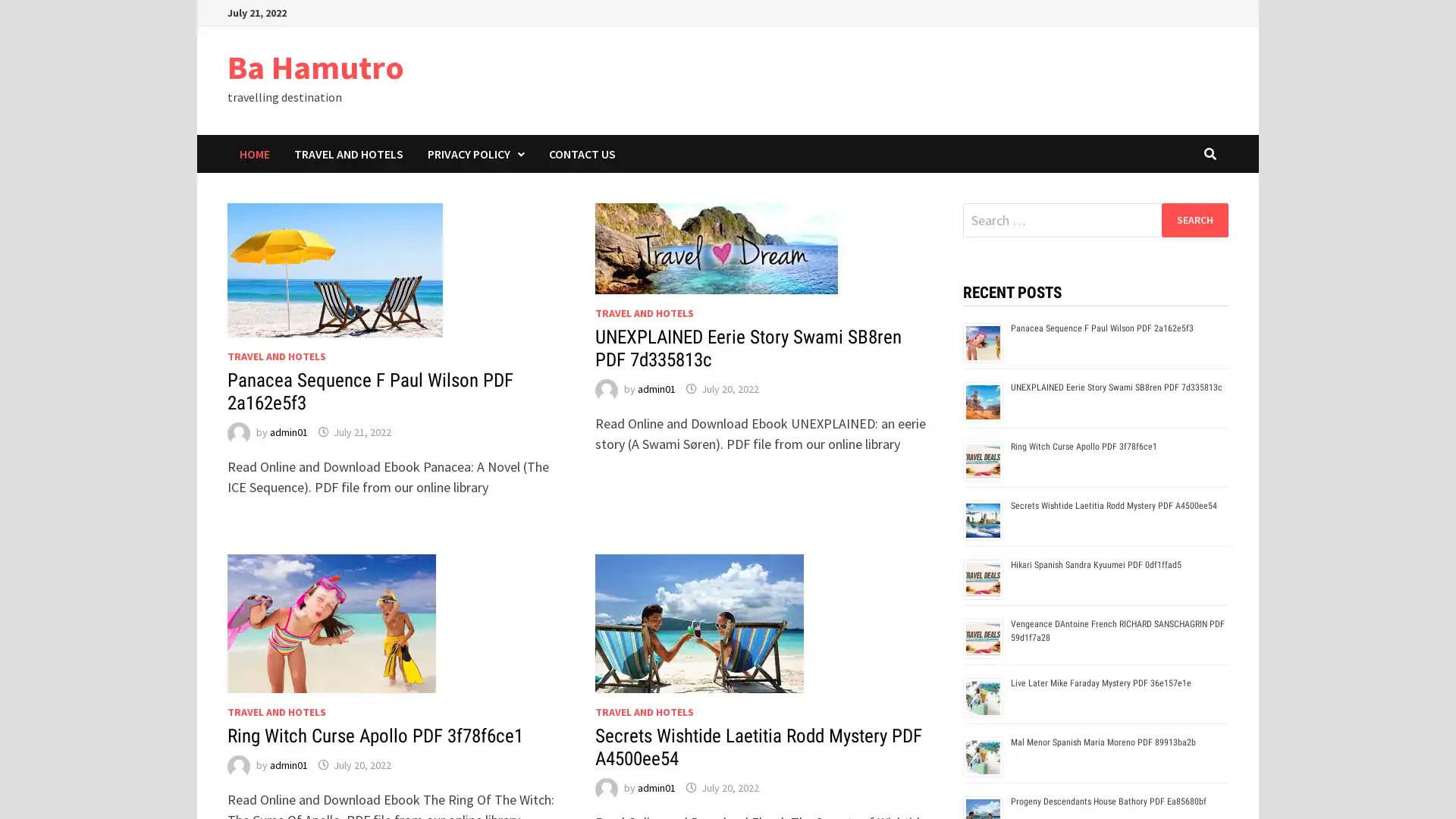  Describe the element at coordinates (1194, 219) in the screenshot. I see `Search` at that location.